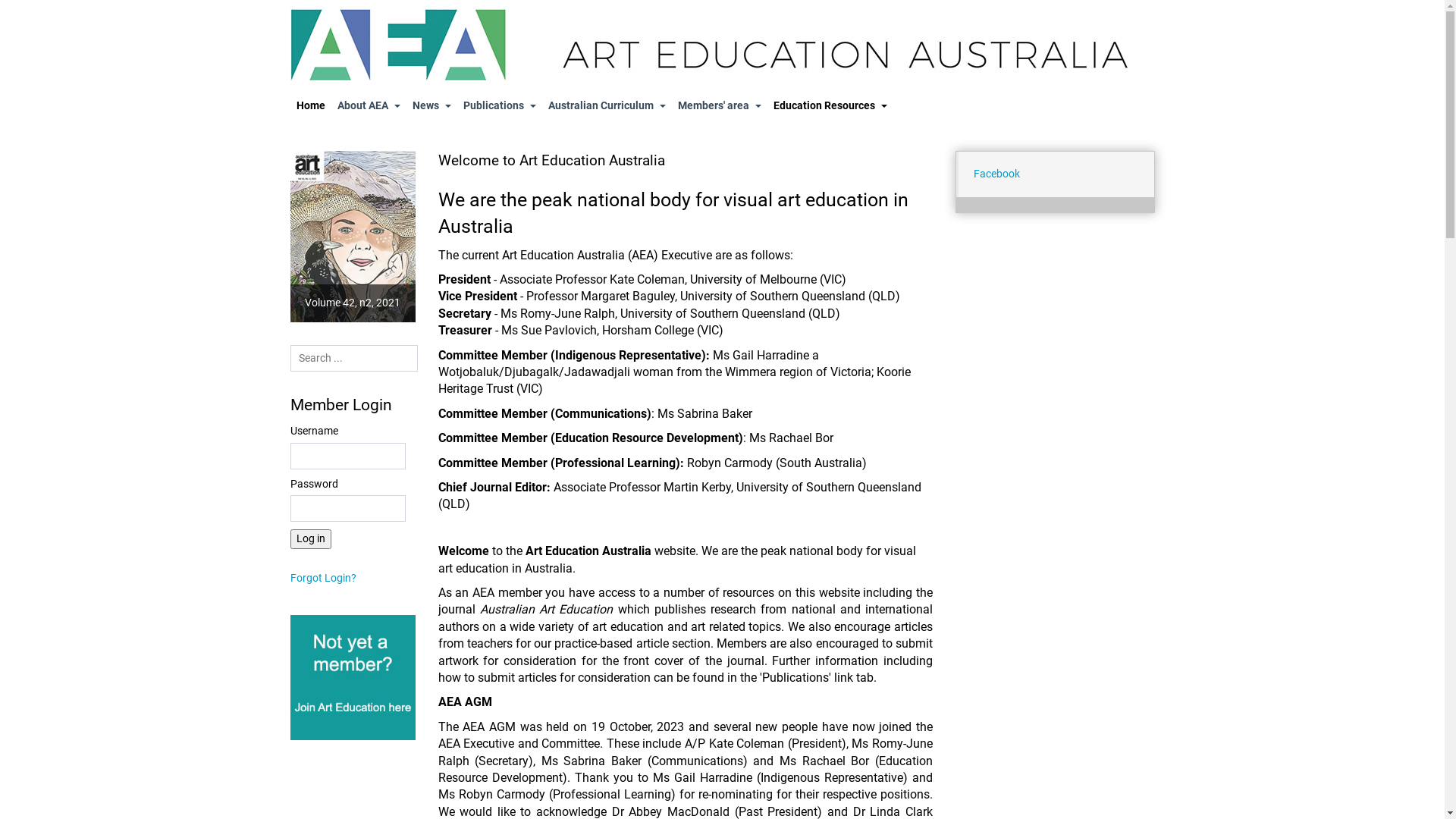 The width and height of the screenshot is (1456, 819). Describe the element at coordinates (309, 538) in the screenshot. I see `'Log in'` at that location.